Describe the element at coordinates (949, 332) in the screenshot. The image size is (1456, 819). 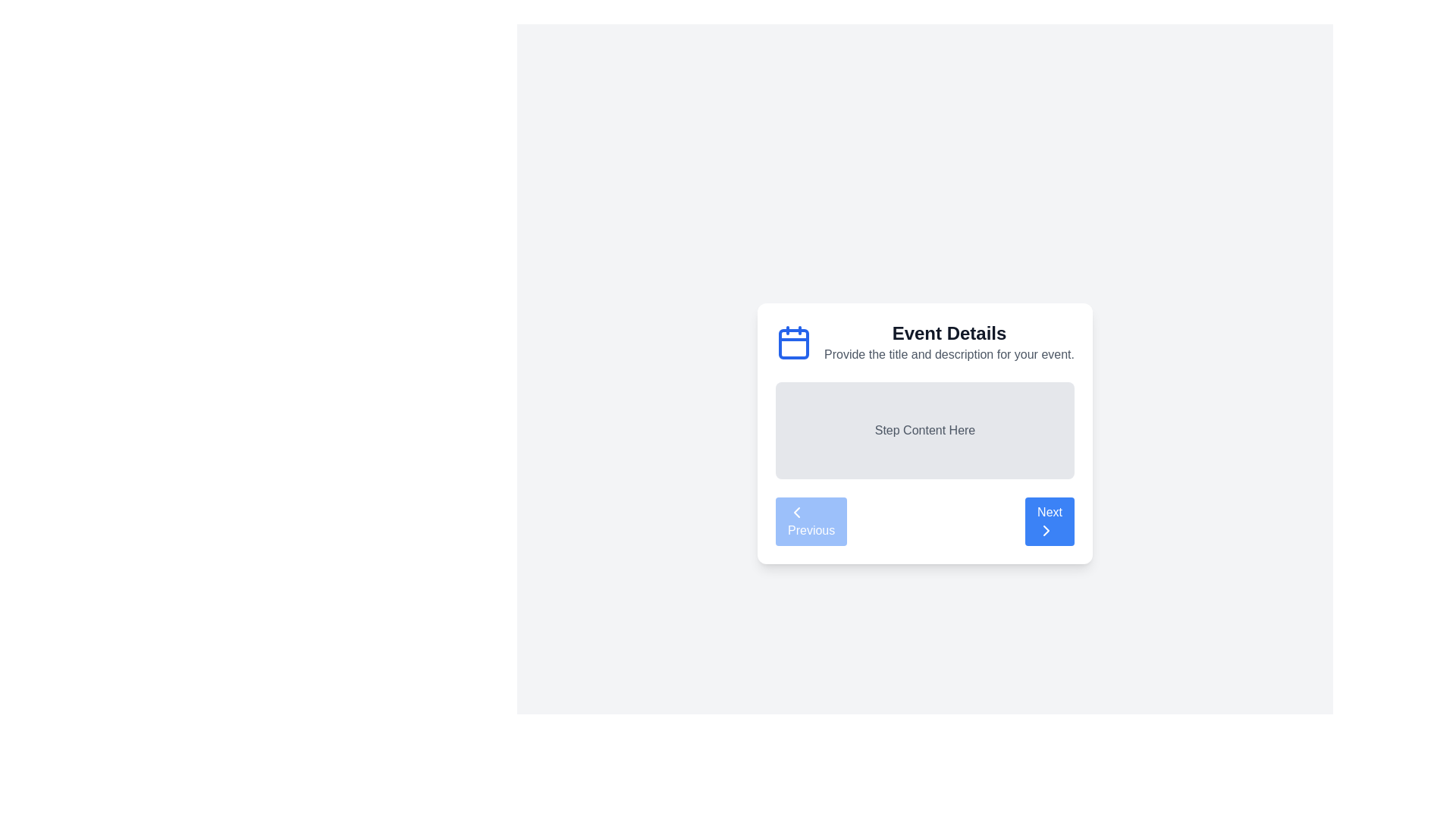
I see `the 'Event Details' text label, which is a bold, large, dark gray text positioned prominently within the modal` at that location.